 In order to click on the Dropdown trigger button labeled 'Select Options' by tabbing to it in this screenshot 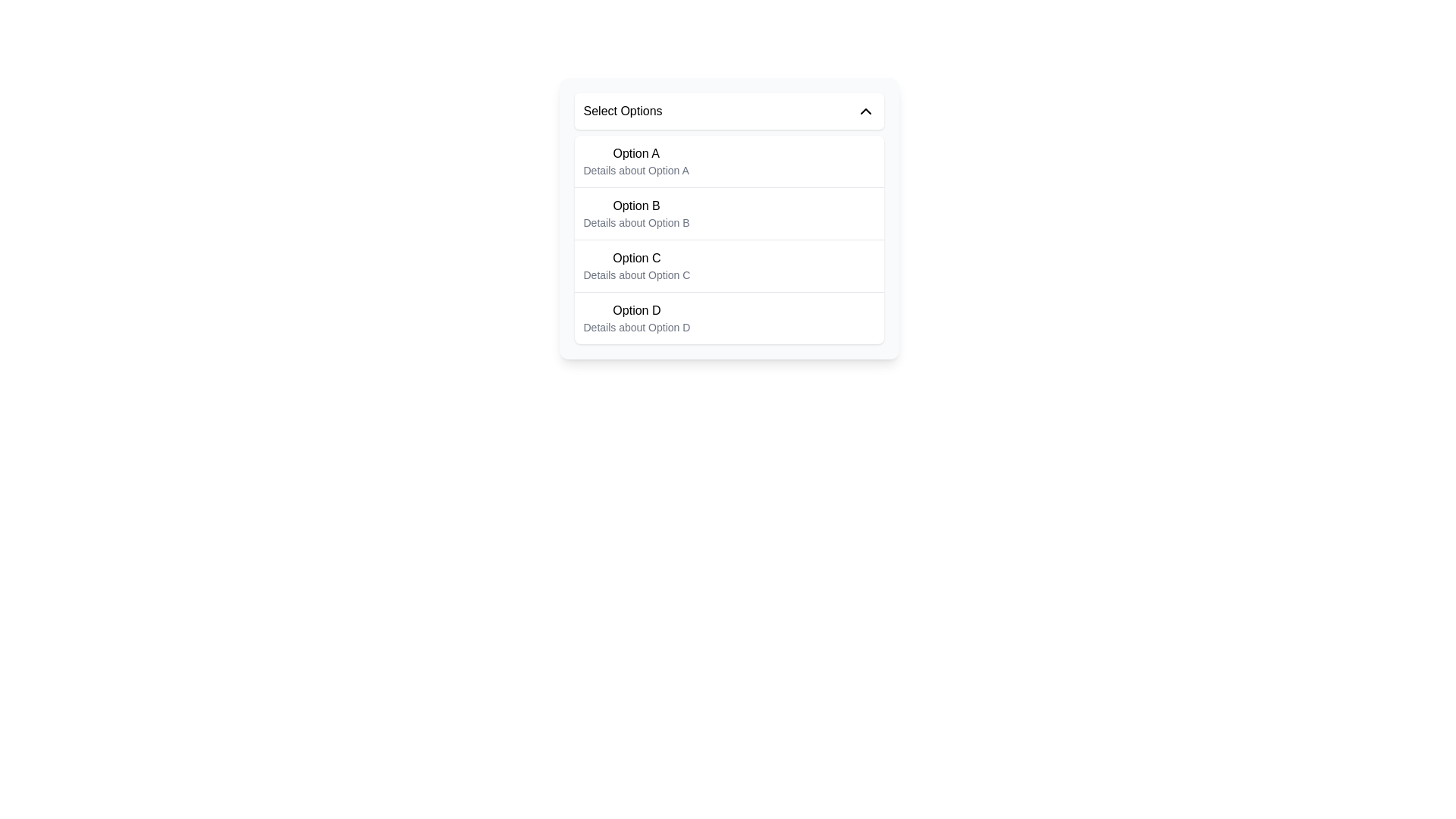, I will do `click(729, 110)`.